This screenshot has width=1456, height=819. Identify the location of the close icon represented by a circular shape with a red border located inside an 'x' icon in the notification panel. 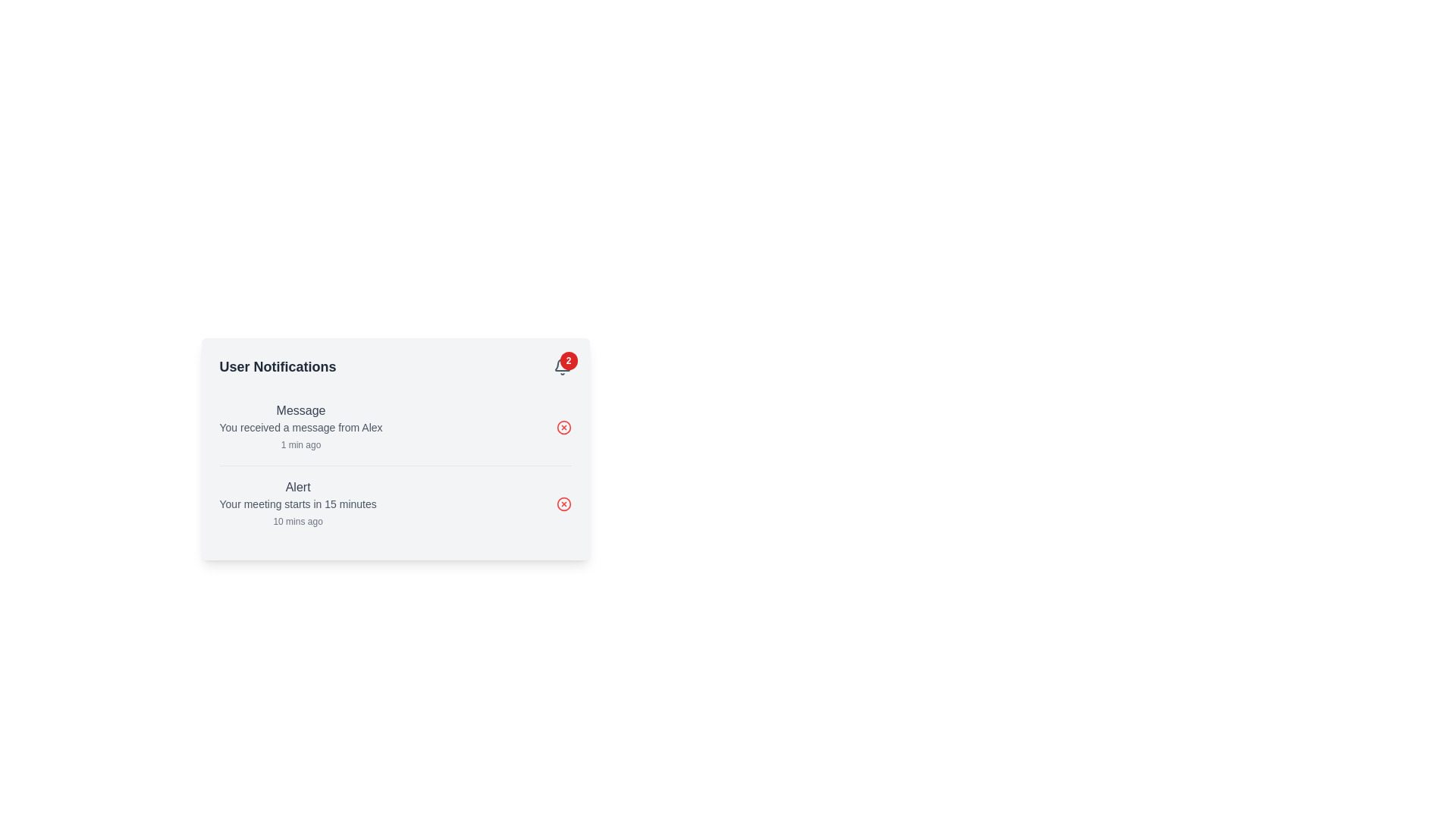
(563, 504).